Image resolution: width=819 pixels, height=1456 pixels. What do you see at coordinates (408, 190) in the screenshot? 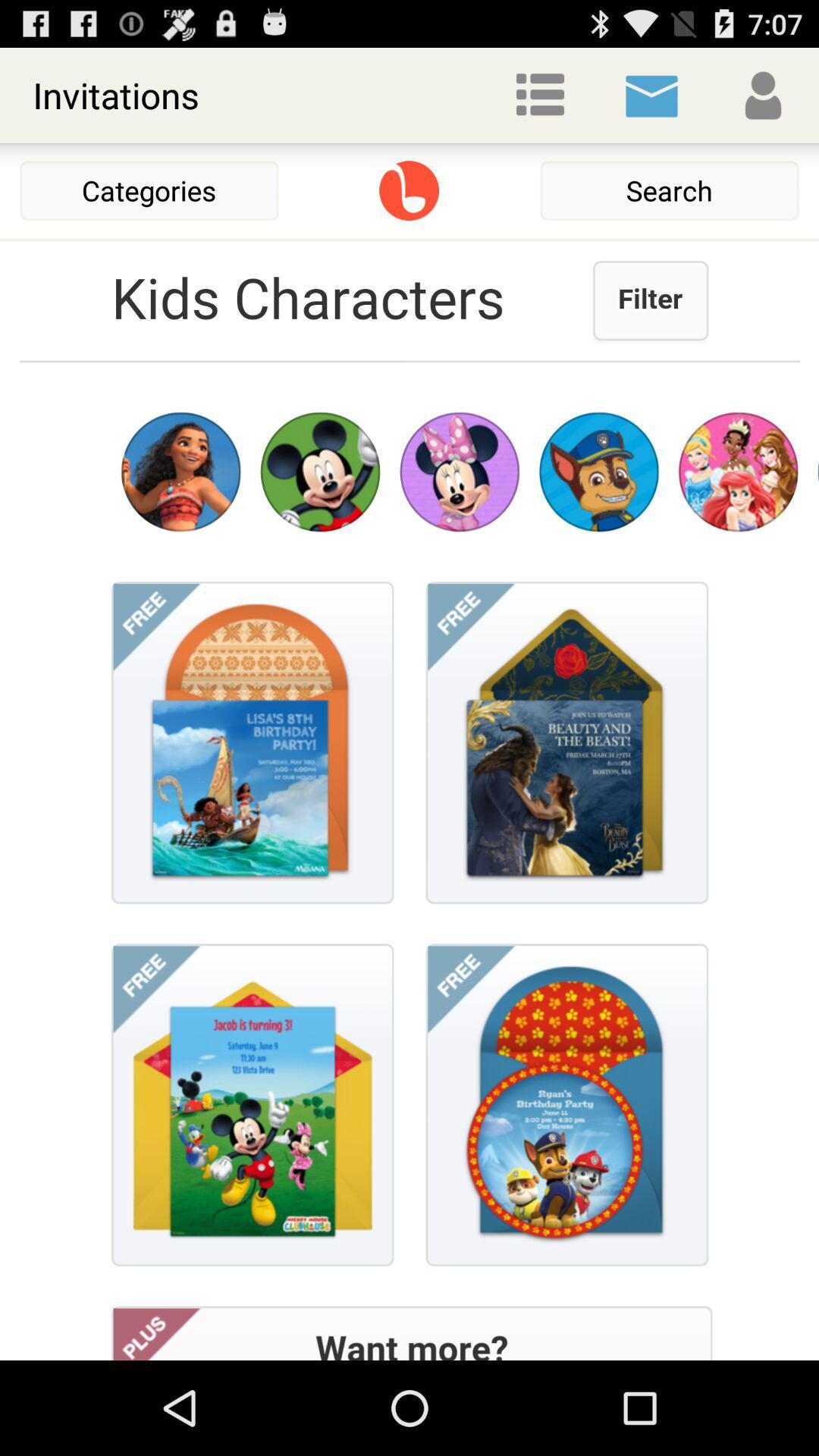
I see `music` at bounding box center [408, 190].